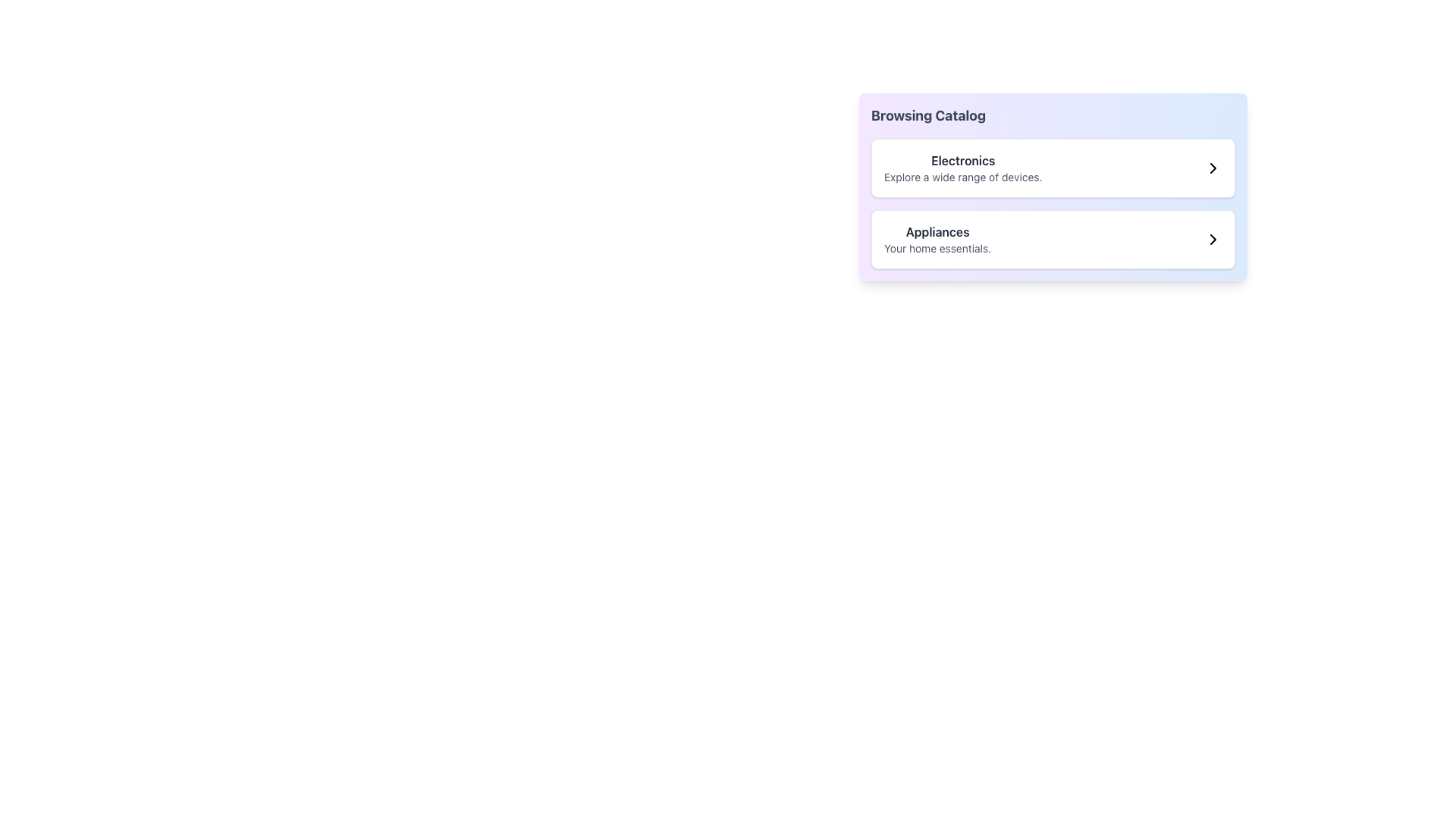 The width and height of the screenshot is (1456, 819). What do you see at coordinates (962, 168) in the screenshot?
I see `the 'Electronics' Text Display element which shows 'Explore a wide range of devices.' for additional actions` at bounding box center [962, 168].